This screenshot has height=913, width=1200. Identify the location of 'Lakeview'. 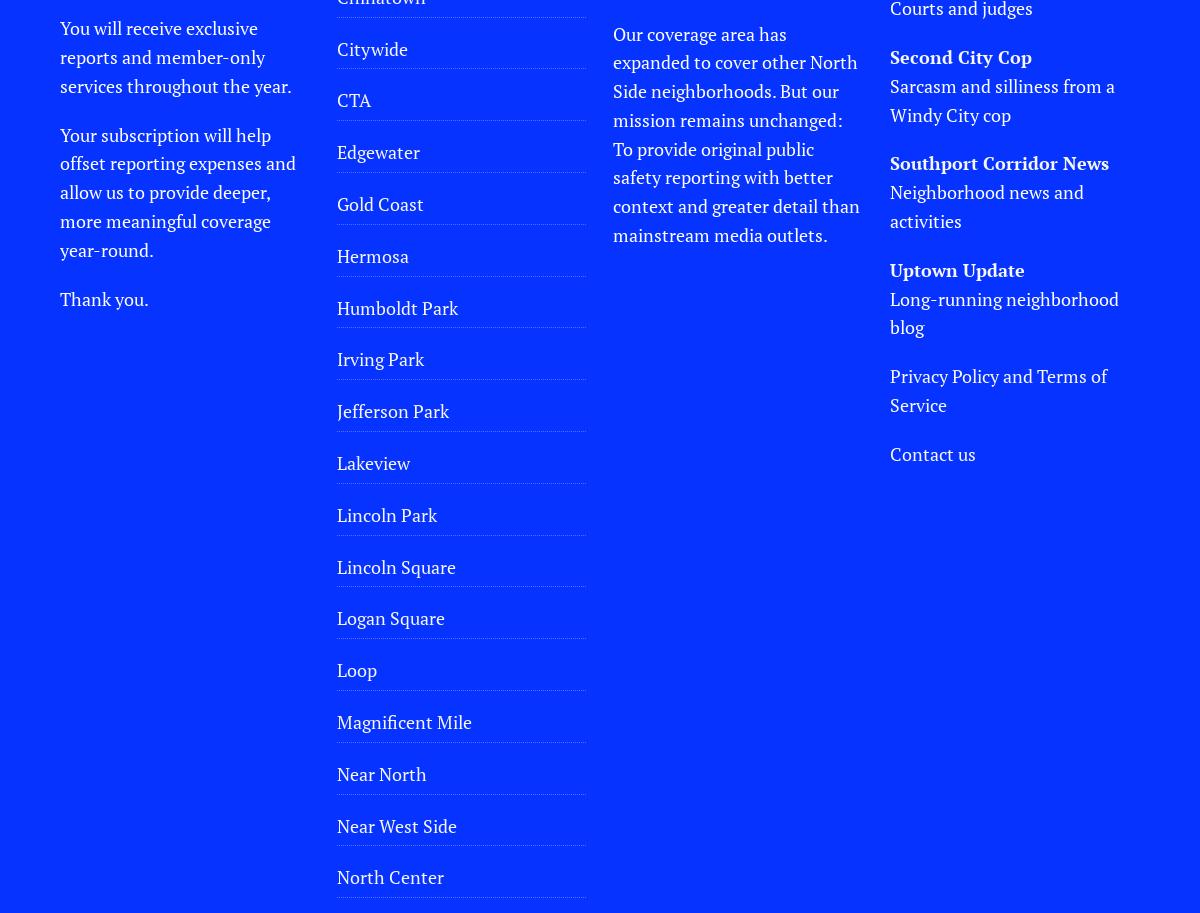
(372, 460).